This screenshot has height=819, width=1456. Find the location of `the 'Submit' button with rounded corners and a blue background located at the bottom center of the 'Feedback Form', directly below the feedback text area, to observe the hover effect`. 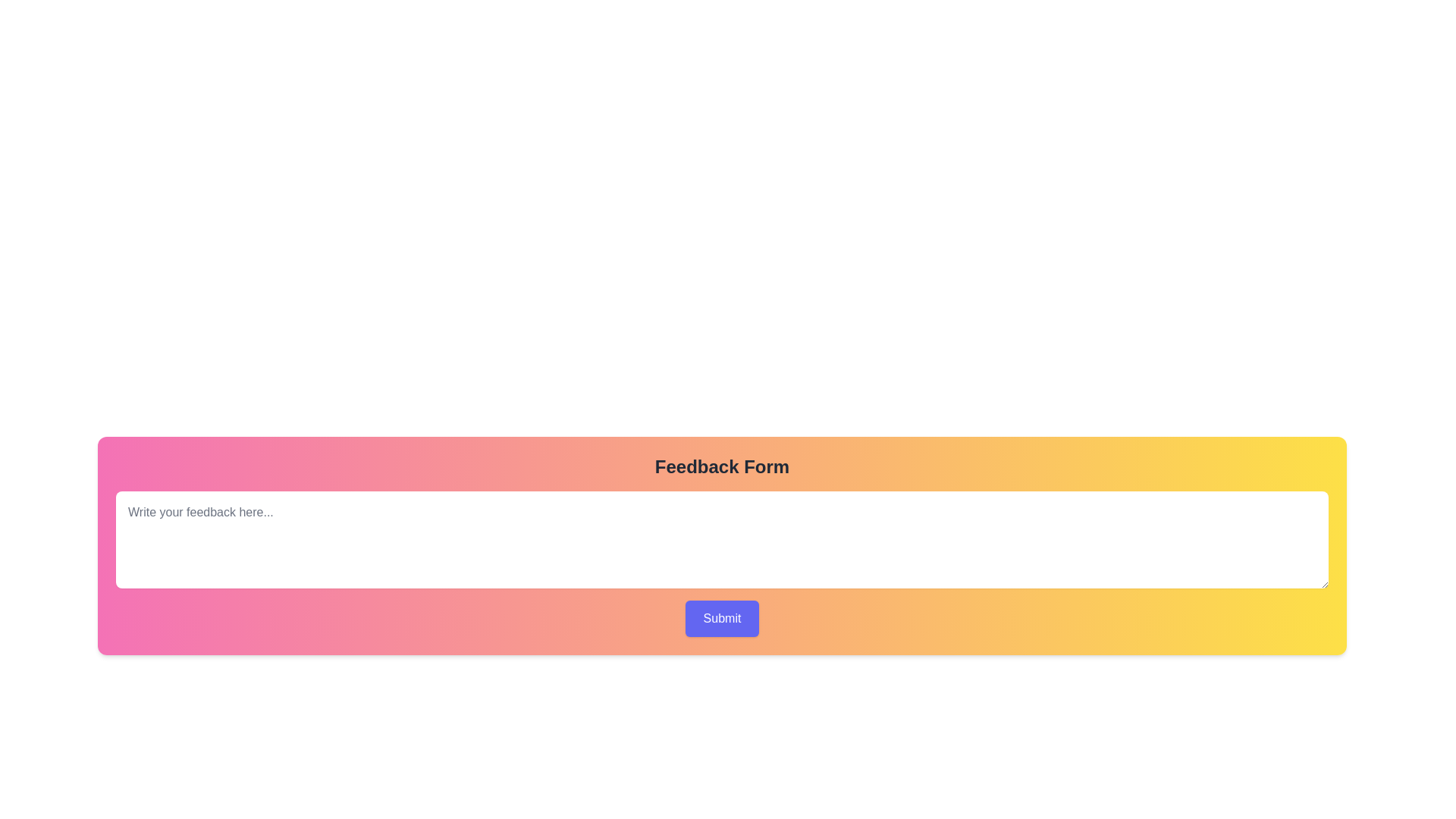

the 'Submit' button with rounded corners and a blue background located at the bottom center of the 'Feedback Form', directly below the feedback text area, to observe the hover effect is located at coordinates (721, 619).